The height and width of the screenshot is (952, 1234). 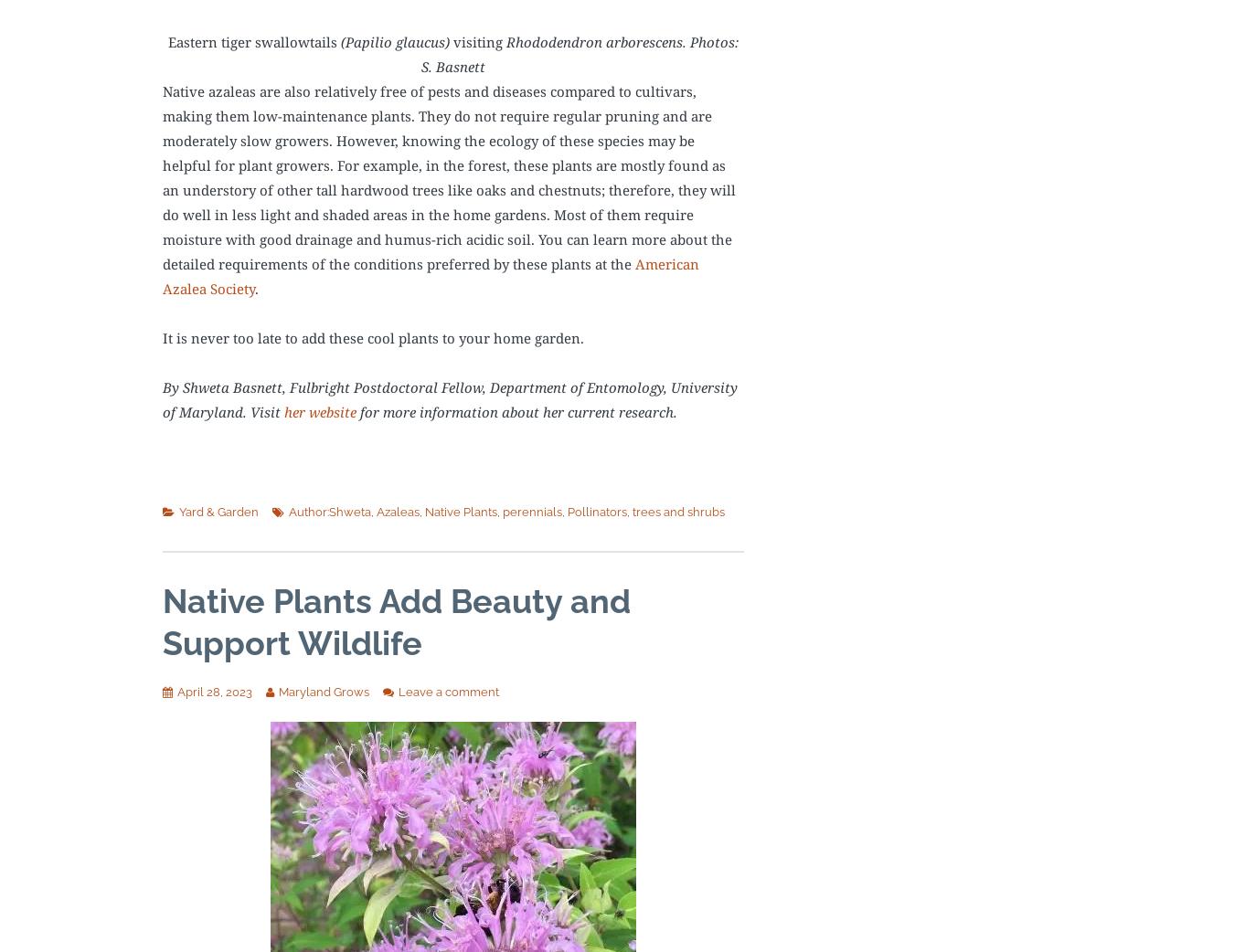 What do you see at coordinates (430, 276) in the screenshot?
I see `'American Azalea Society'` at bounding box center [430, 276].